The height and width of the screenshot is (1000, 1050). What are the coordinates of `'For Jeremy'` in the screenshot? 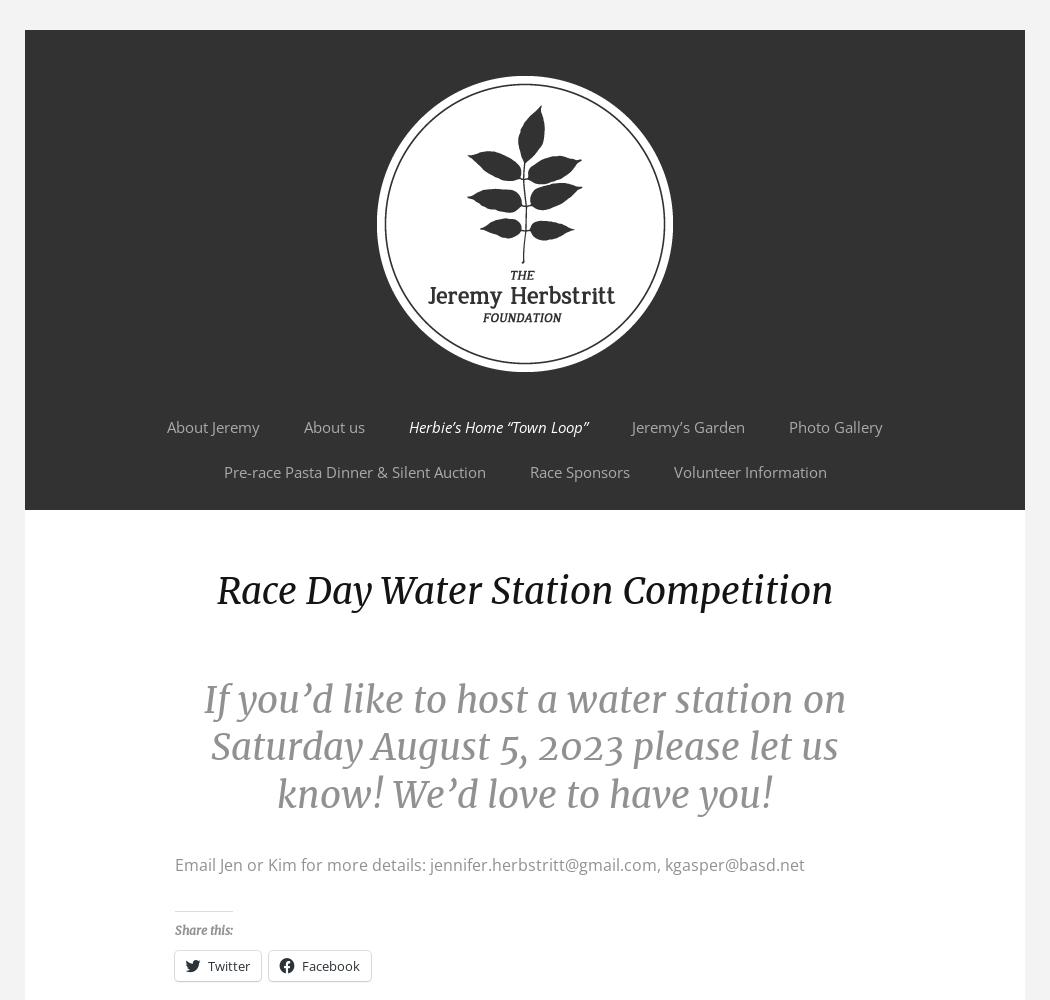 It's located at (82, 83).